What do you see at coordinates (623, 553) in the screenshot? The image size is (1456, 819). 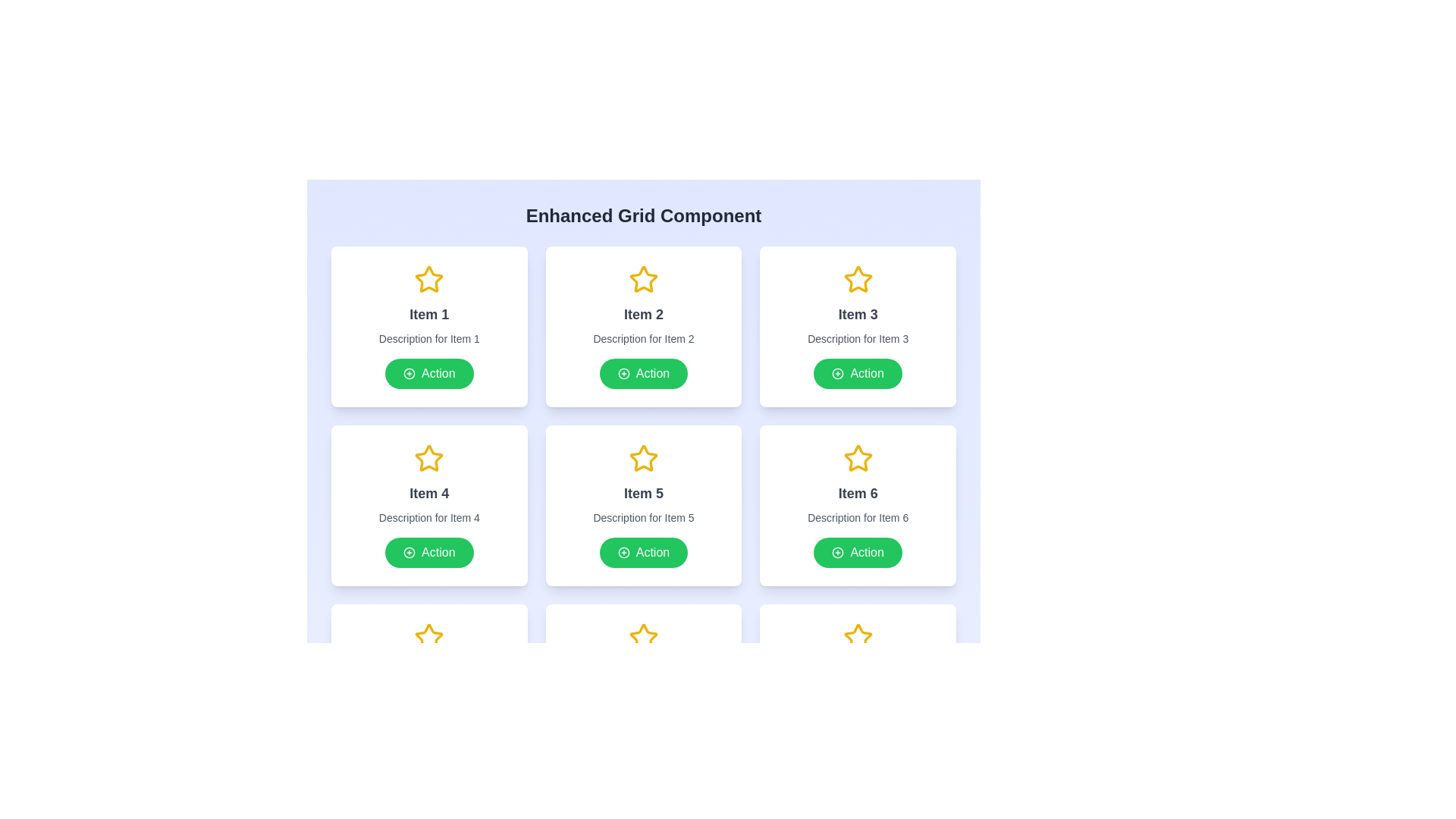 I see `the outermost circular graphic of the SVG icon associated with the 'Action' button for Item 5` at bounding box center [623, 553].